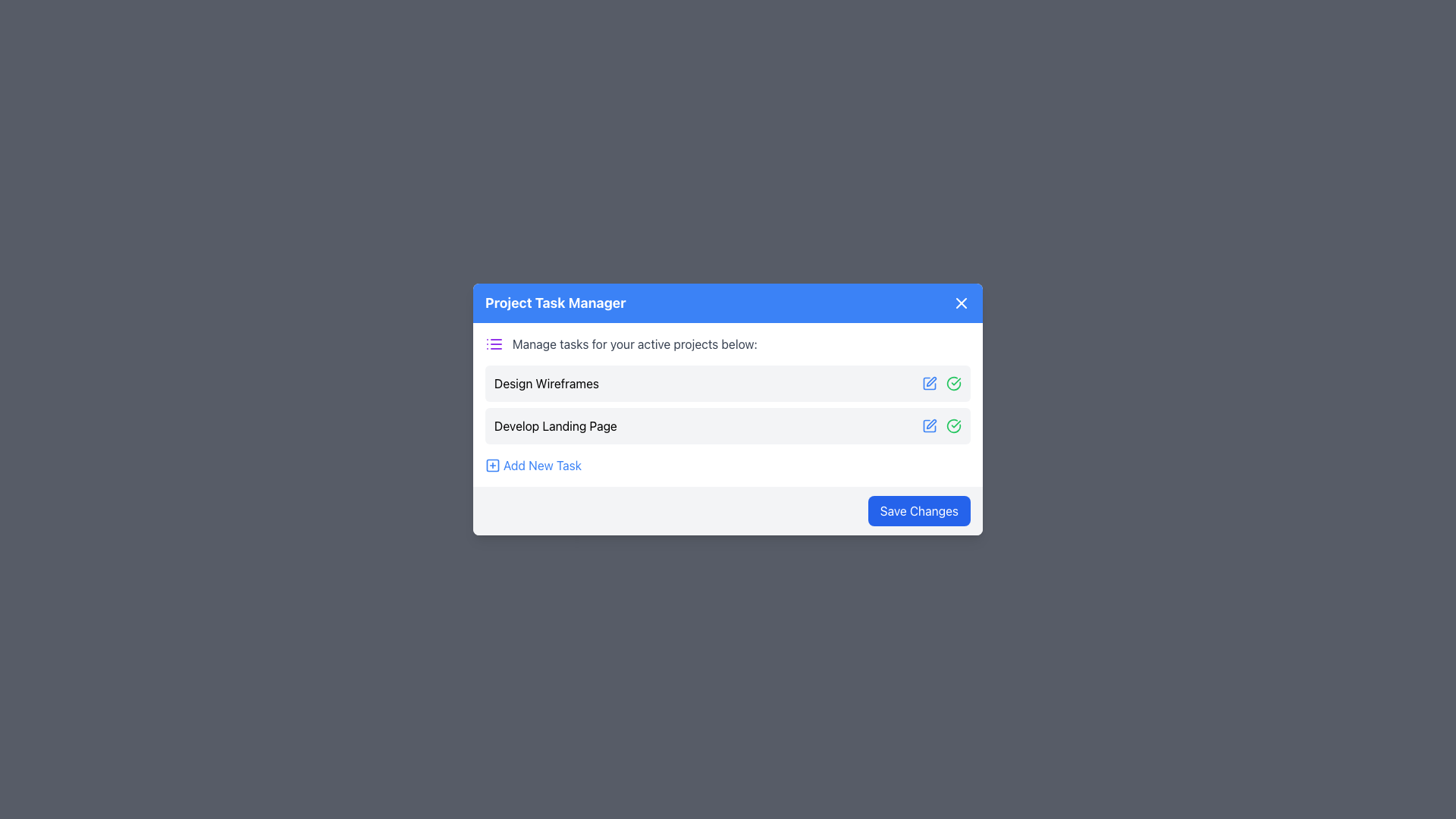 The width and height of the screenshot is (1456, 819). I want to click on the 'Add New Task' button located at the bottom-left corner of the task listing area in the 'Project Task Manager' modal, so click(542, 464).